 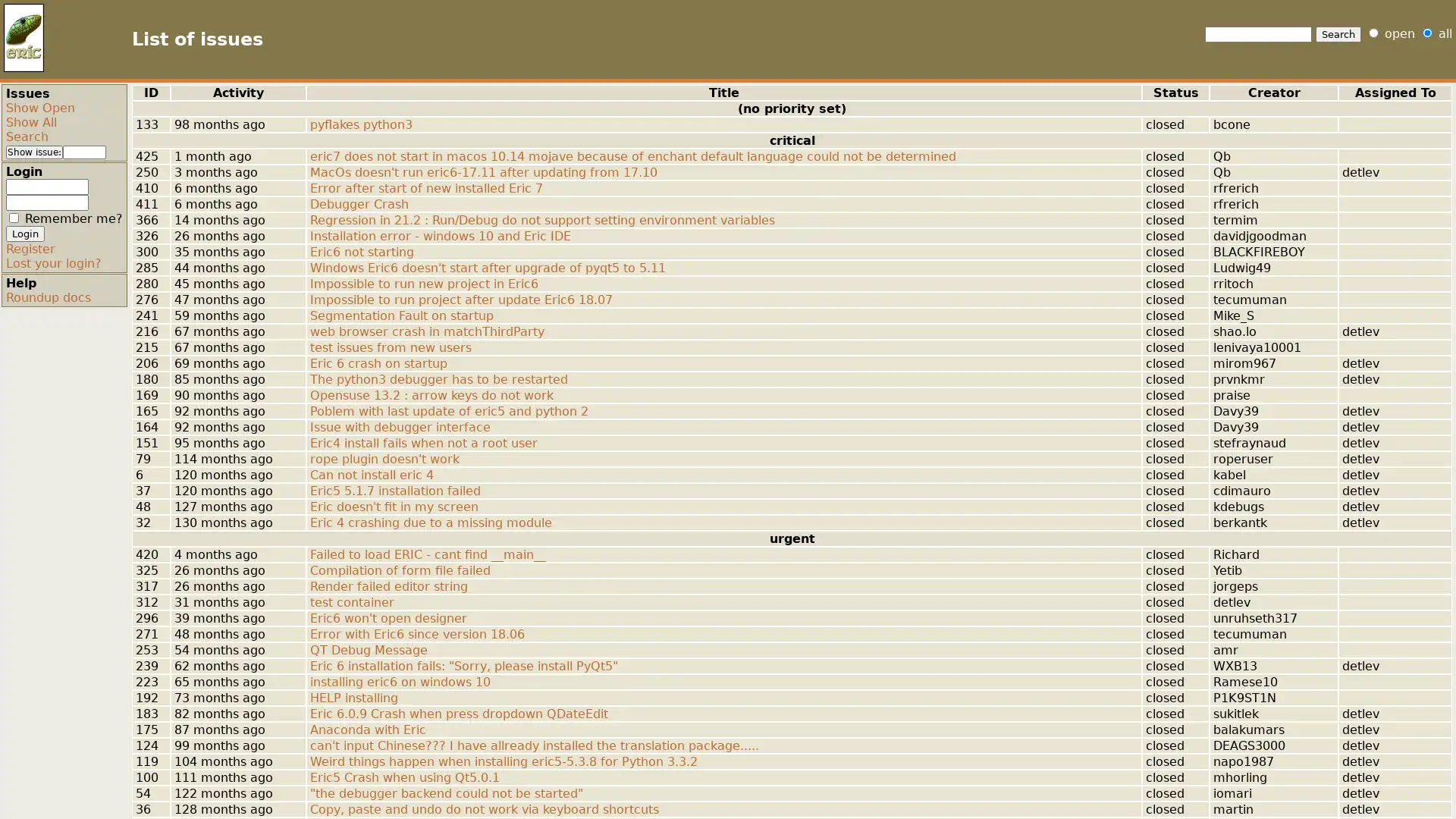 I want to click on Search, so click(x=1338, y=34).